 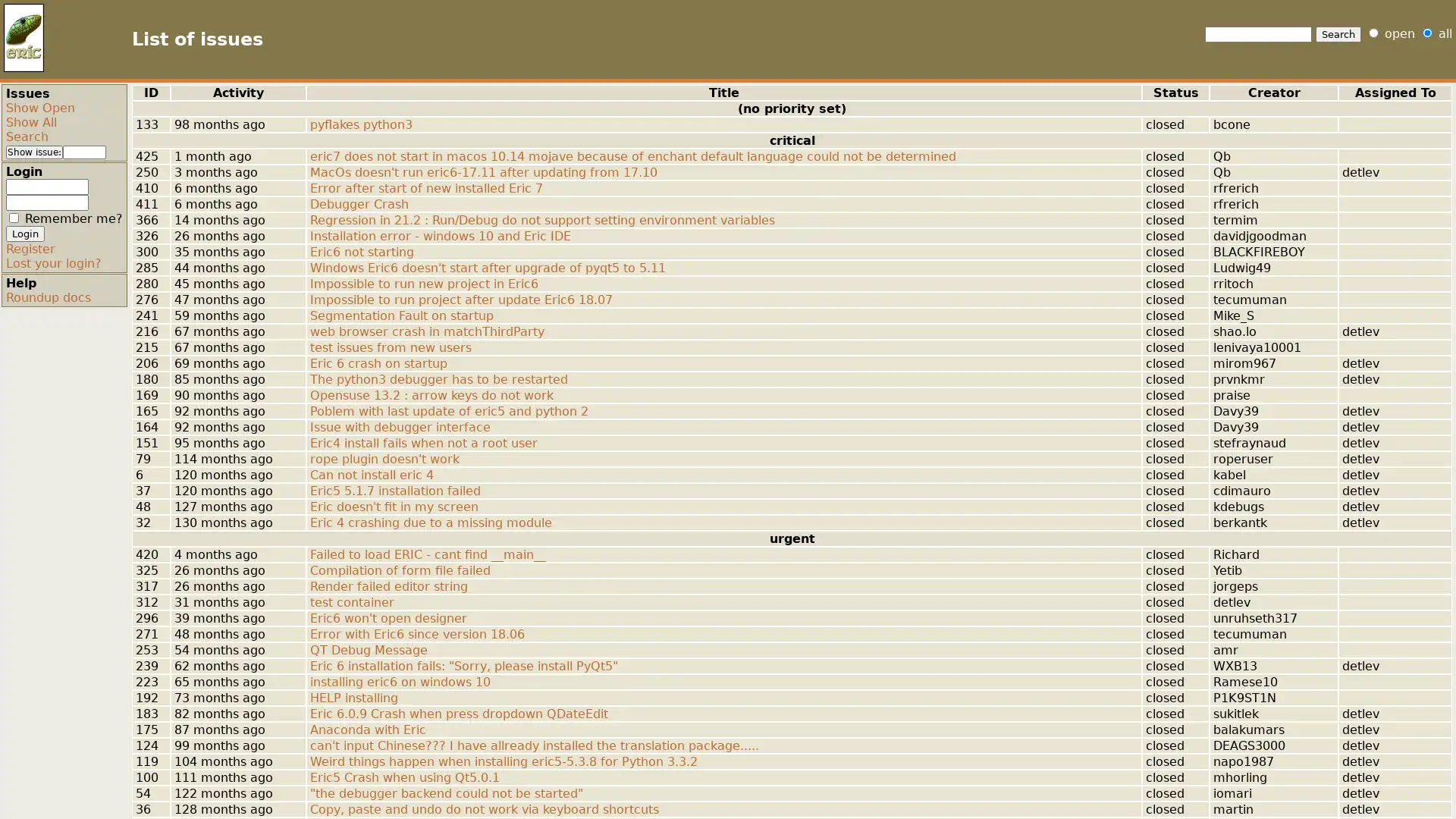 I want to click on Search, so click(x=1338, y=34).